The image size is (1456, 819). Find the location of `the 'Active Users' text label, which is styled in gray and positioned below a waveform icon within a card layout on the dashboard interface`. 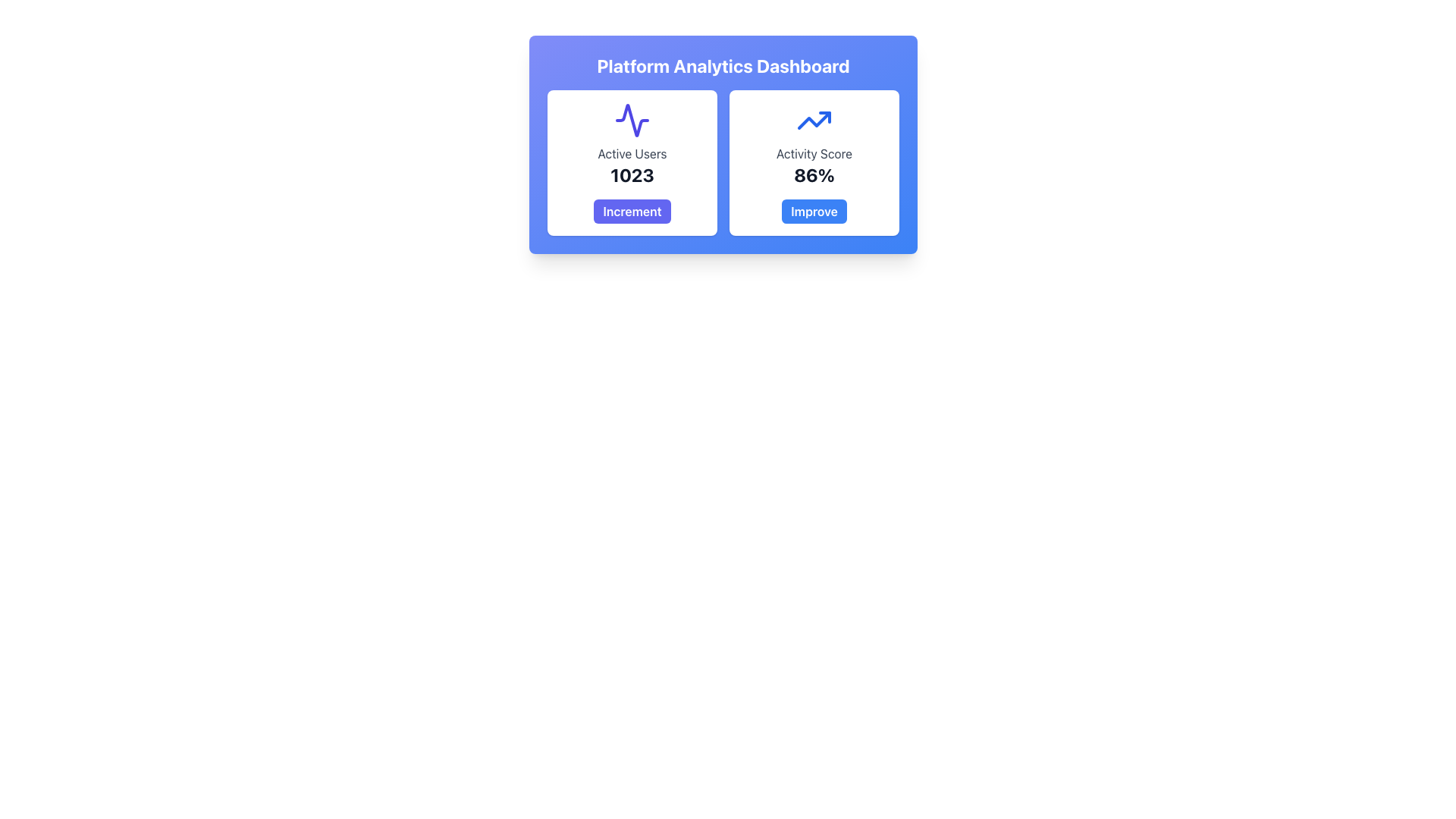

the 'Active Users' text label, which is styled in gray and positioned below a waveform icon within a card layout on the dashboard interface is located at coordinates (632, 154).